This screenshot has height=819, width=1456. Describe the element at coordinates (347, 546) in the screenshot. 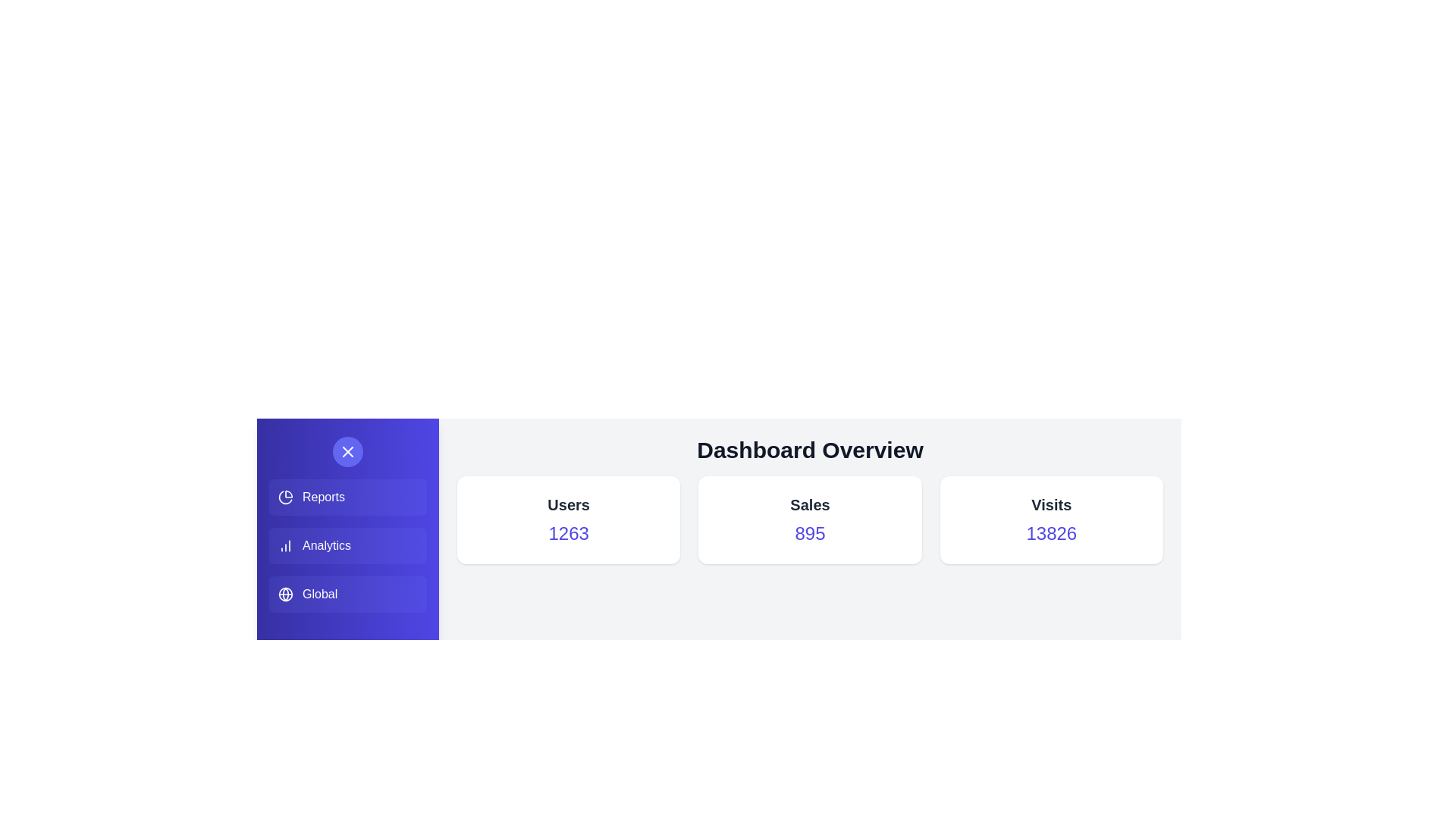

I see `the Analytics button in the side menu` at that location.